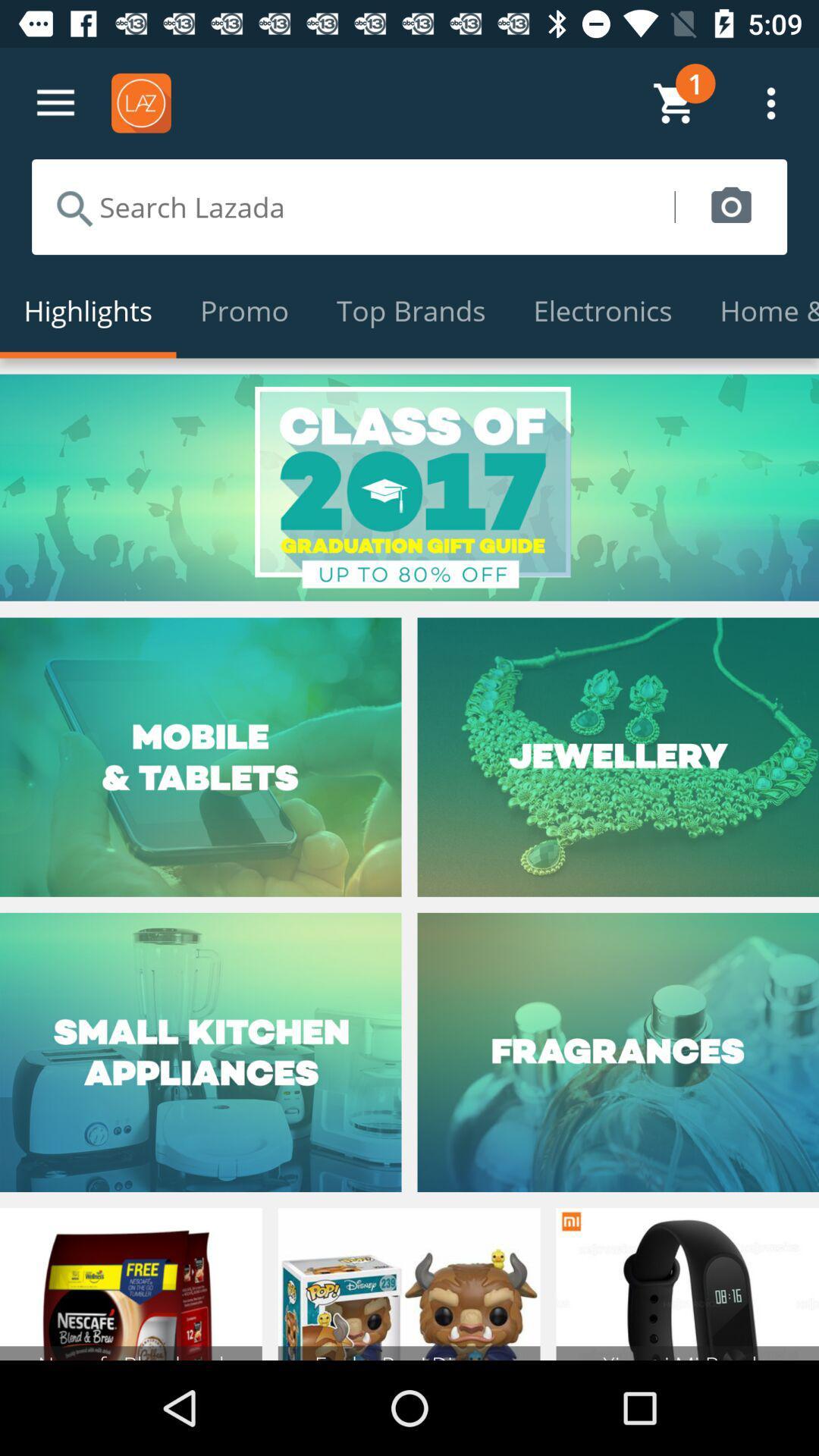 This screenshot has height=1456, width=819. I want to click on search the site, so click(353, 206).